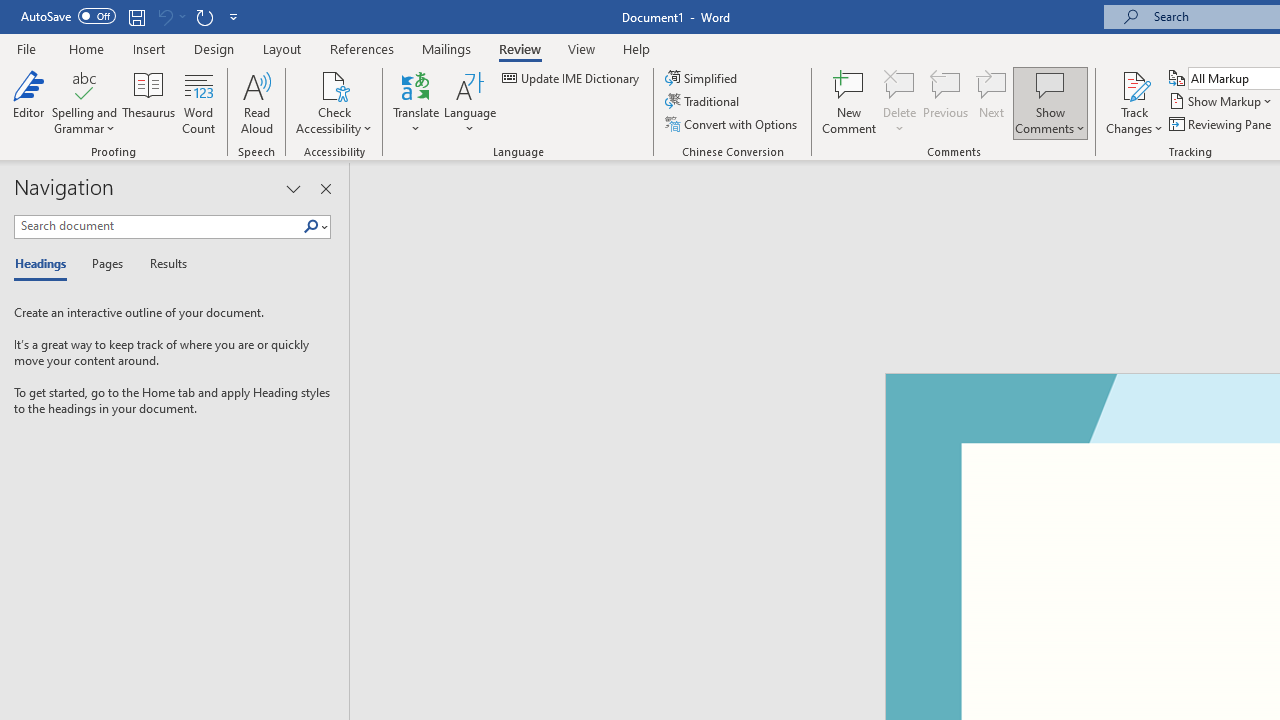 This screenshot has width=1280, height=720. Describe the element at coordinates (849, 103) in the screenshot. I see `'New Comment'` at that location.